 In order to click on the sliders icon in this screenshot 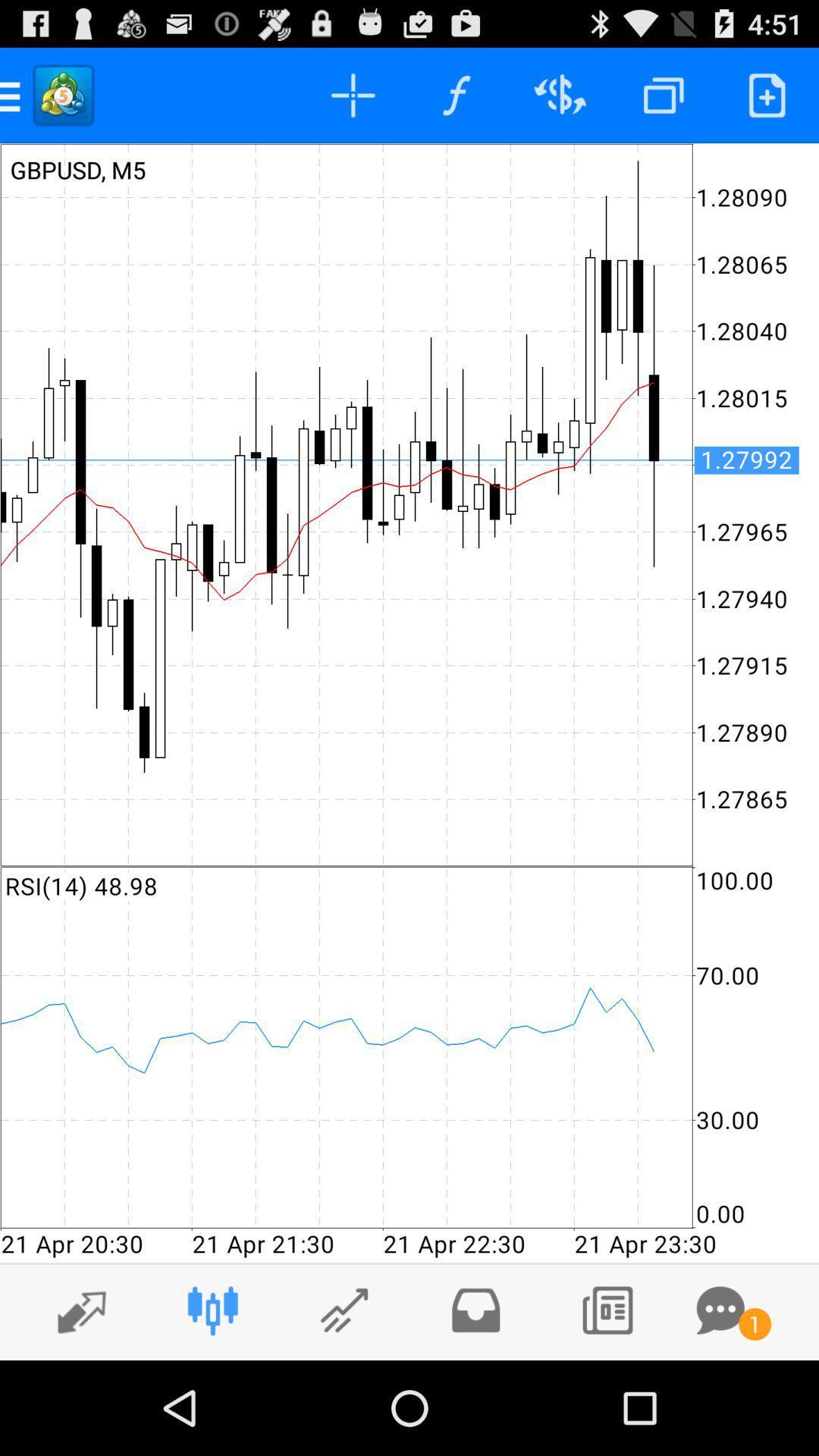, I will do `click(212, 1401)`.